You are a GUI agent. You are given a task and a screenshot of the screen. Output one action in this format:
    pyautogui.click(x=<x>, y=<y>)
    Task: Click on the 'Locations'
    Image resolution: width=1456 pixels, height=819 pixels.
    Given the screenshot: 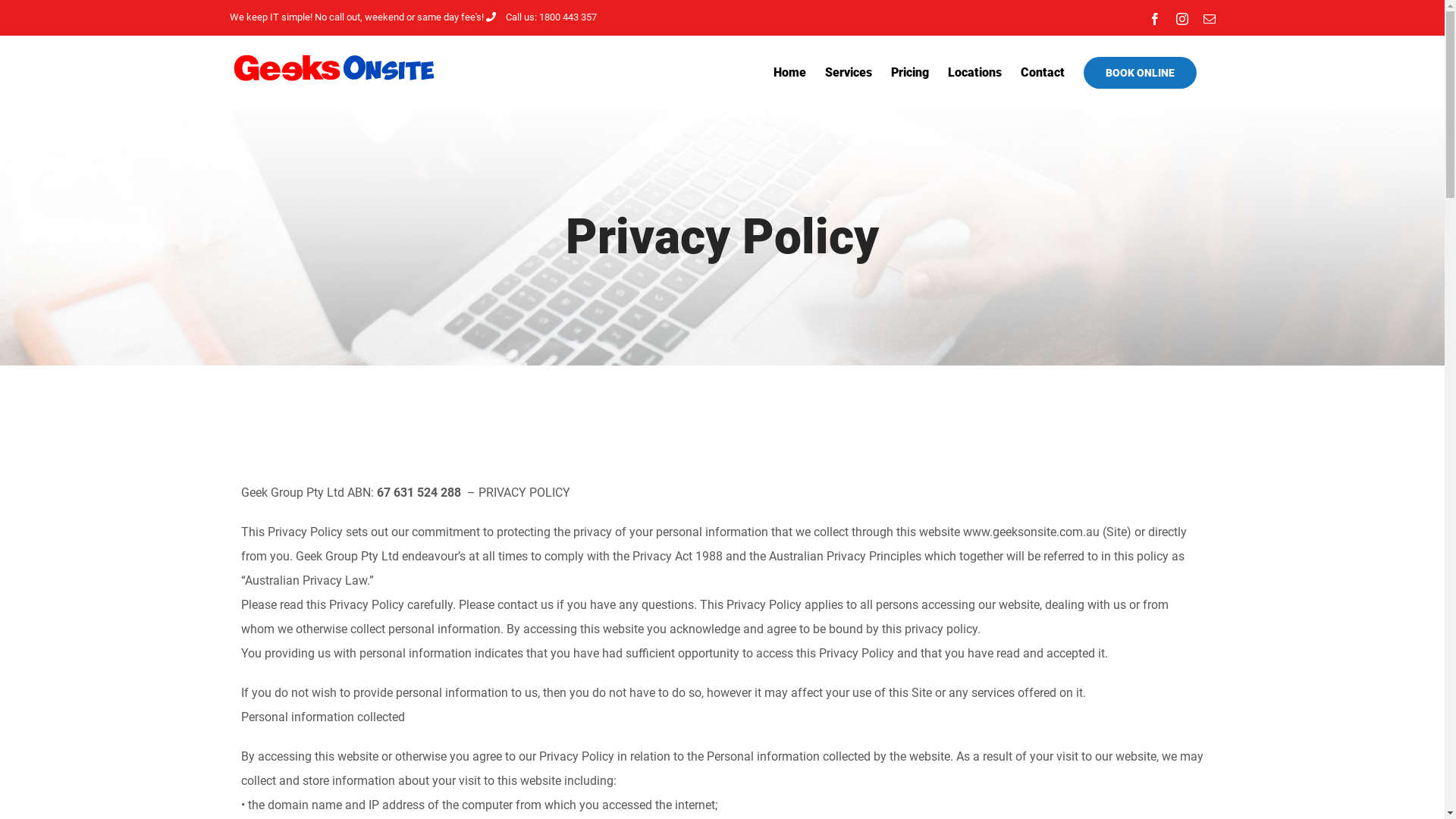 What is the action you would take?
    pyautogui.click(x=974, y=72)
    